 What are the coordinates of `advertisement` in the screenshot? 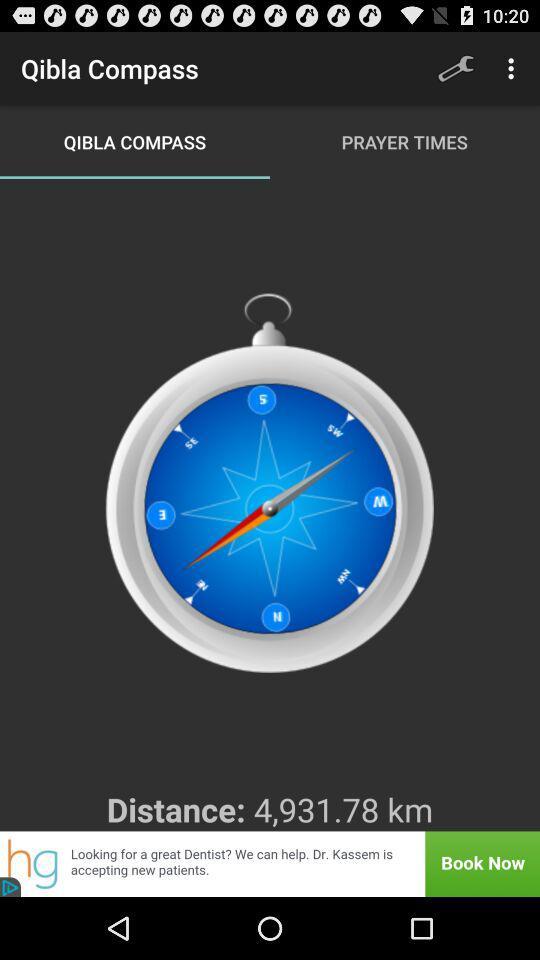 It's located at (270, 863).